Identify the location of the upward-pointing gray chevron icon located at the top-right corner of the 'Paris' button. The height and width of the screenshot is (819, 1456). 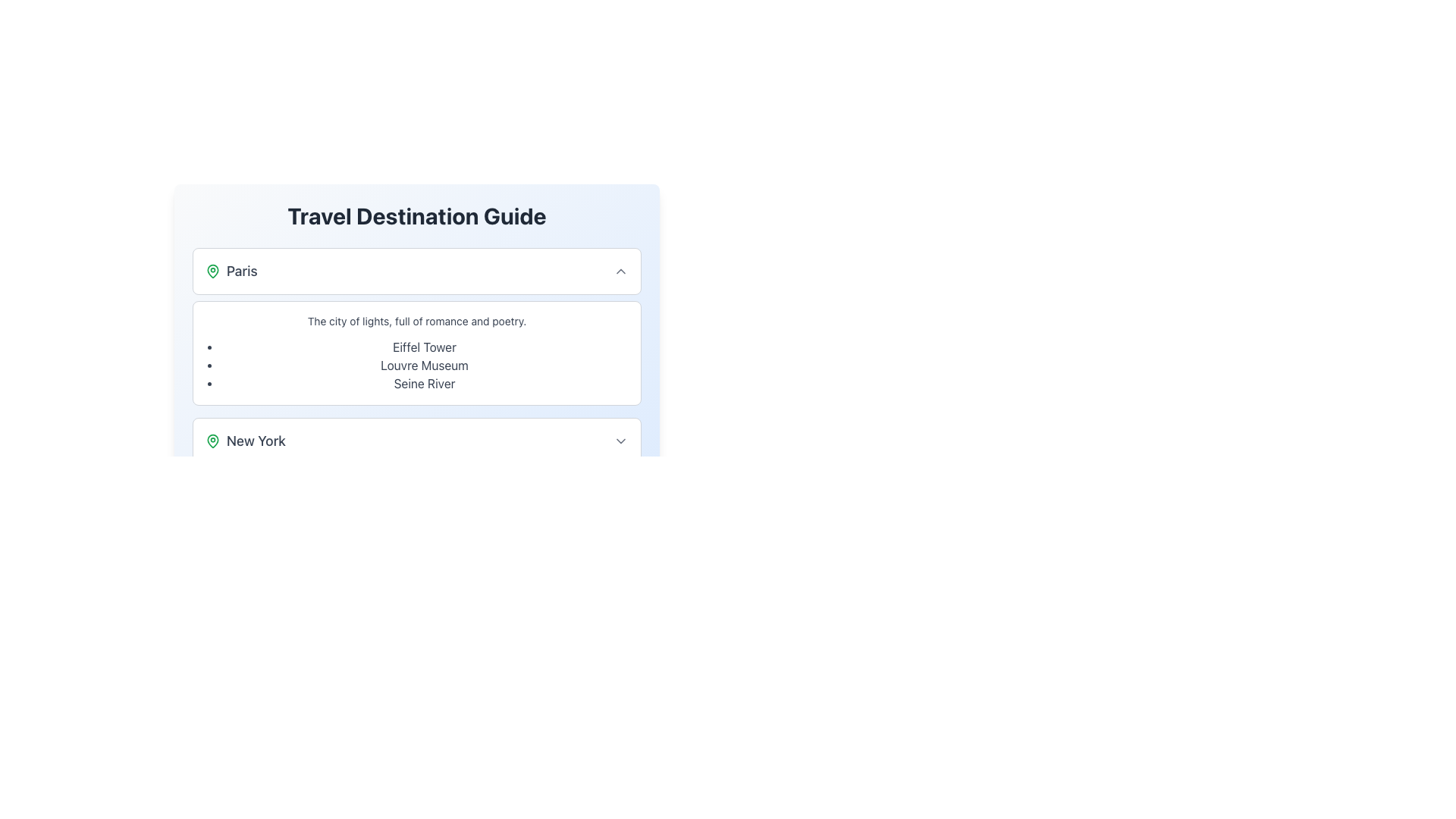
(621, 271).